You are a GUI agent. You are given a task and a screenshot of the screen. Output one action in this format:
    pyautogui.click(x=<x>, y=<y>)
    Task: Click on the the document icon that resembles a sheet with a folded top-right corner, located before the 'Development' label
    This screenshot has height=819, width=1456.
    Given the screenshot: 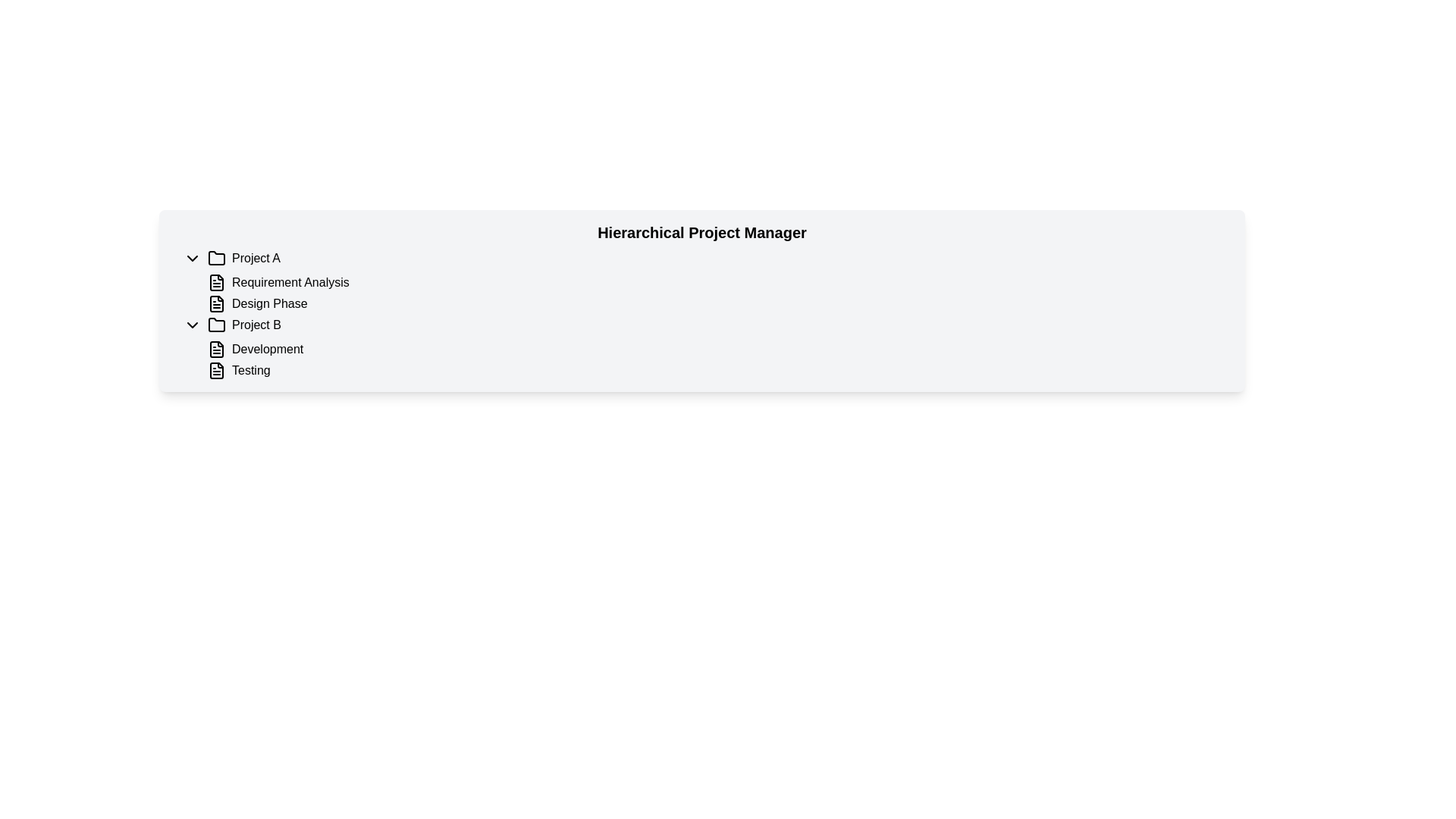 What is the action you would take?
    pyautogui.click(x=216, y=350)
    